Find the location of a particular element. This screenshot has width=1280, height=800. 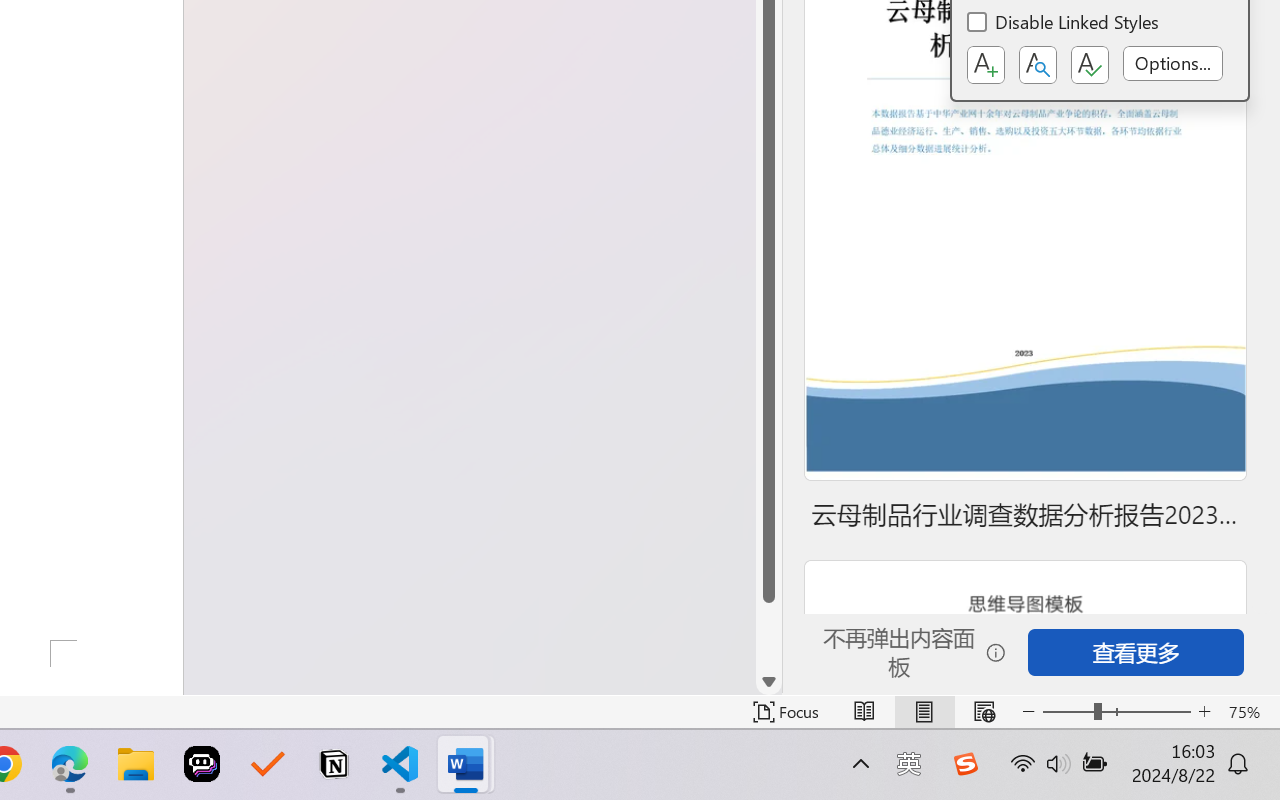

'Class: Image' is located at coordinates (965, 764).